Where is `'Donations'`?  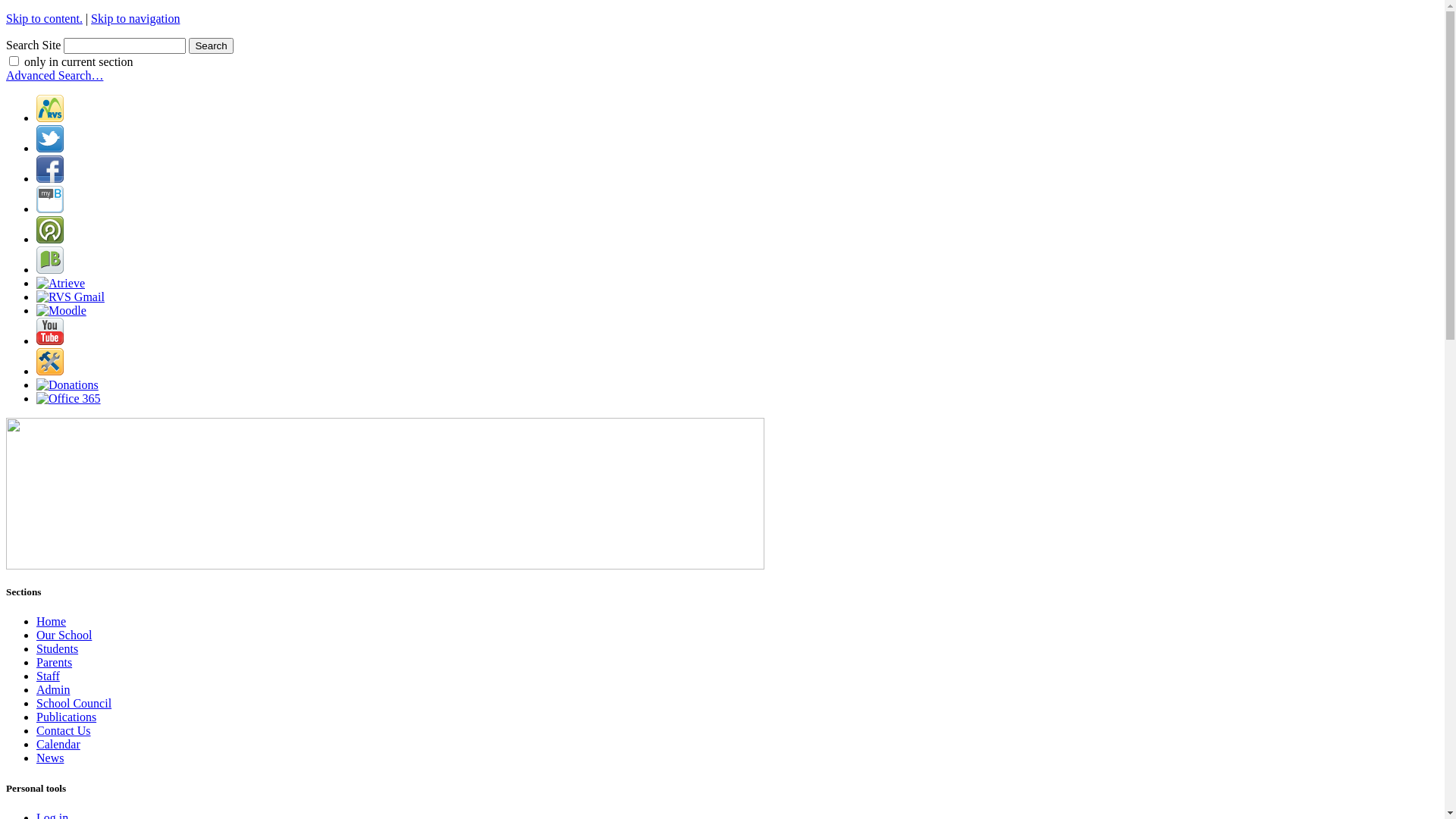 'Donations' is located at coordinates (67, 384).